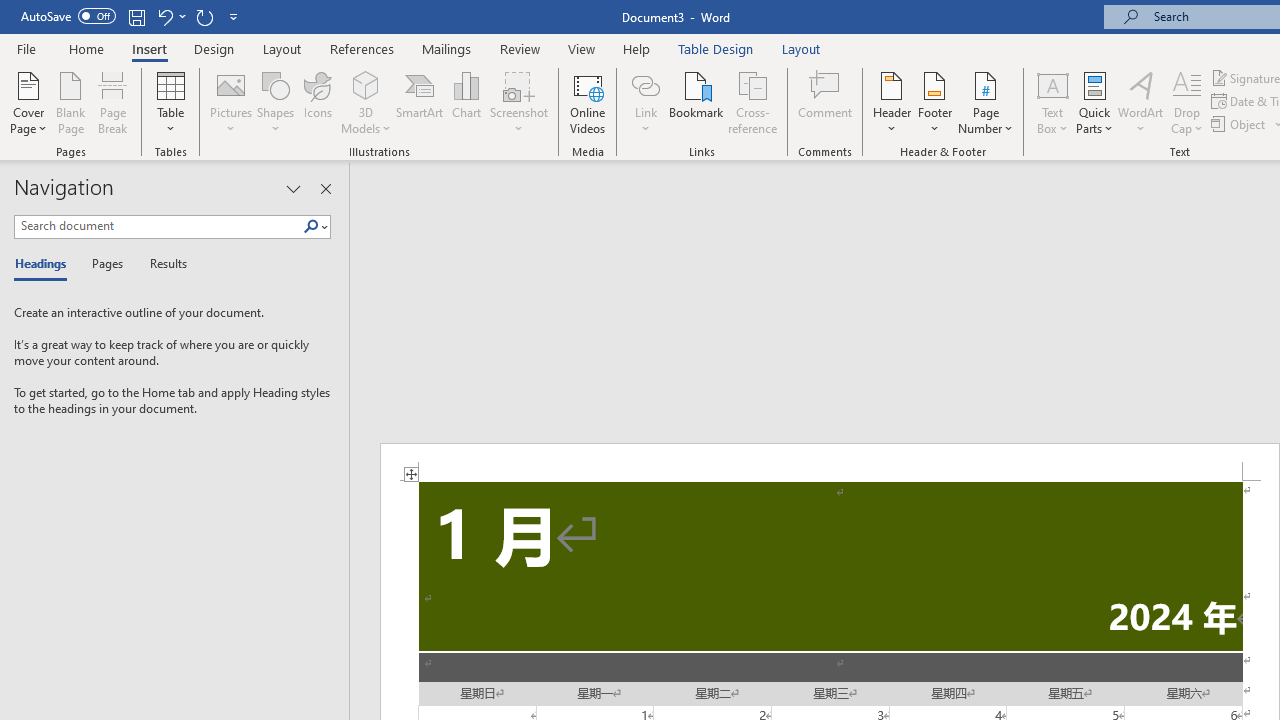 The image size is (1280, 720). I want to click on 'Cross-reference...', so click(751, 103).